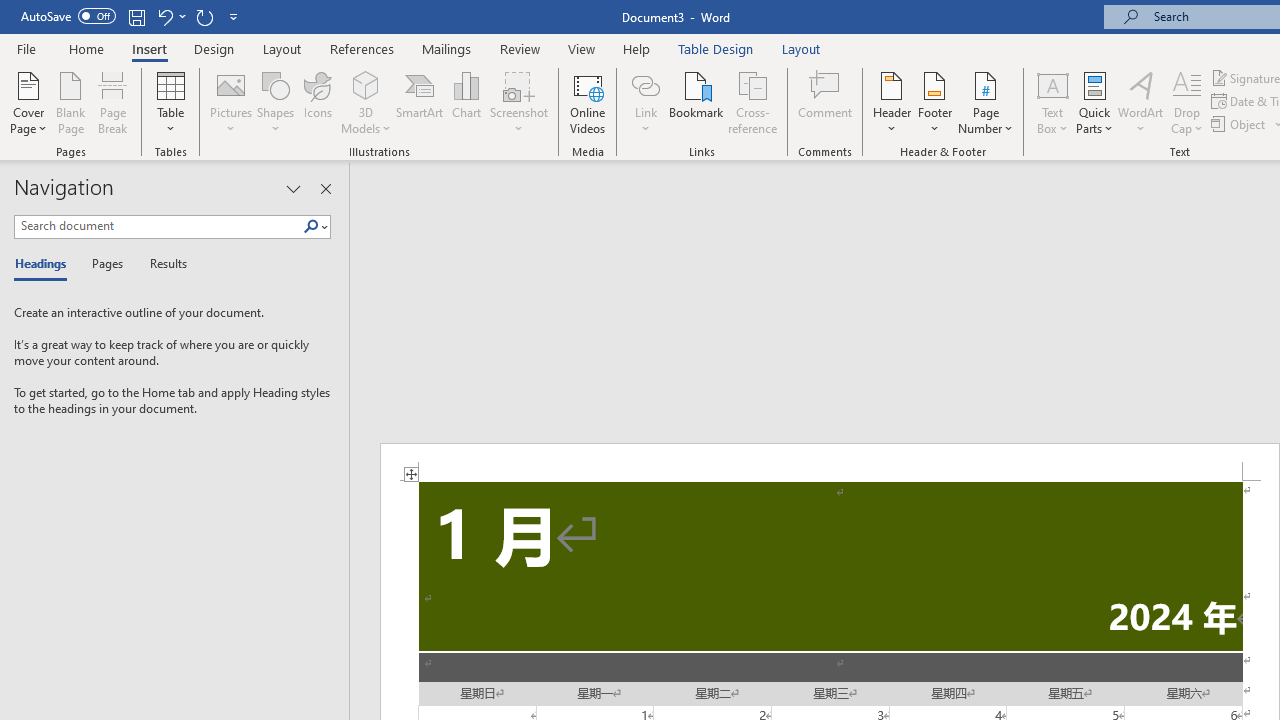 The image size is (1280, 720). I want to click on 'Cross-reference...', so click(751, 103).